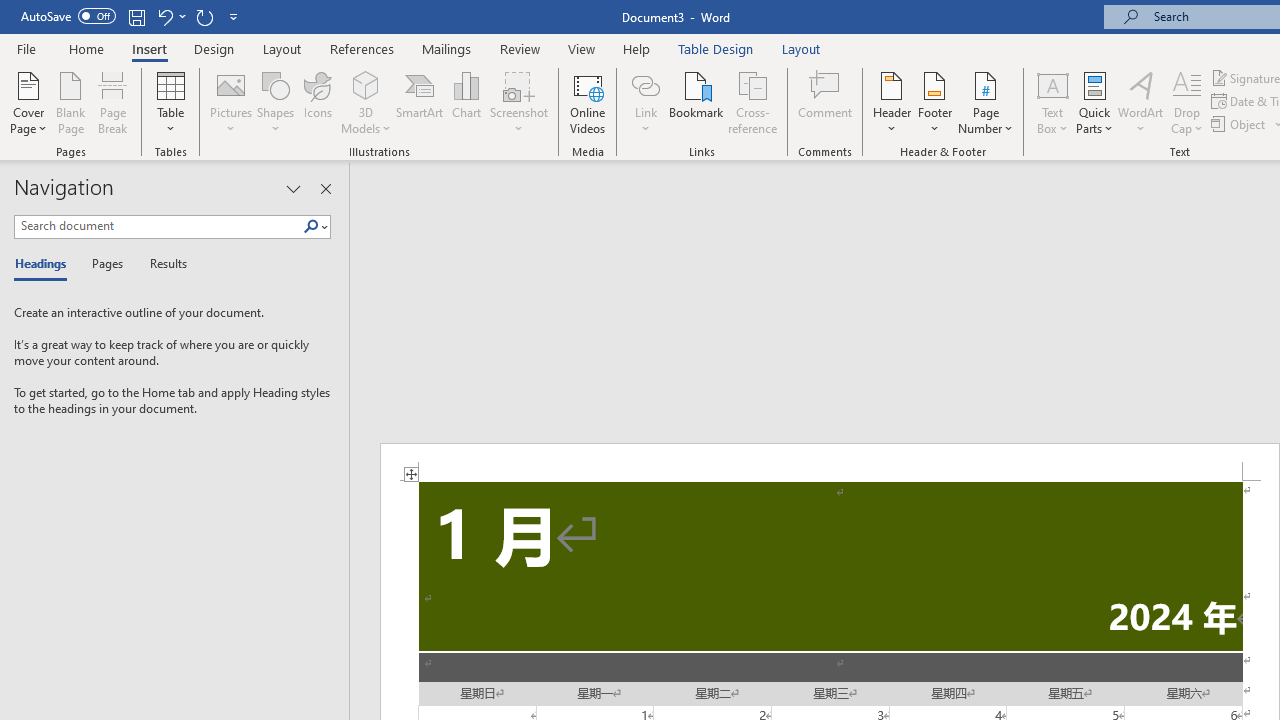 The image size is (1280, 720). I want to click on 'Cross-reference...', so click(751, 103).